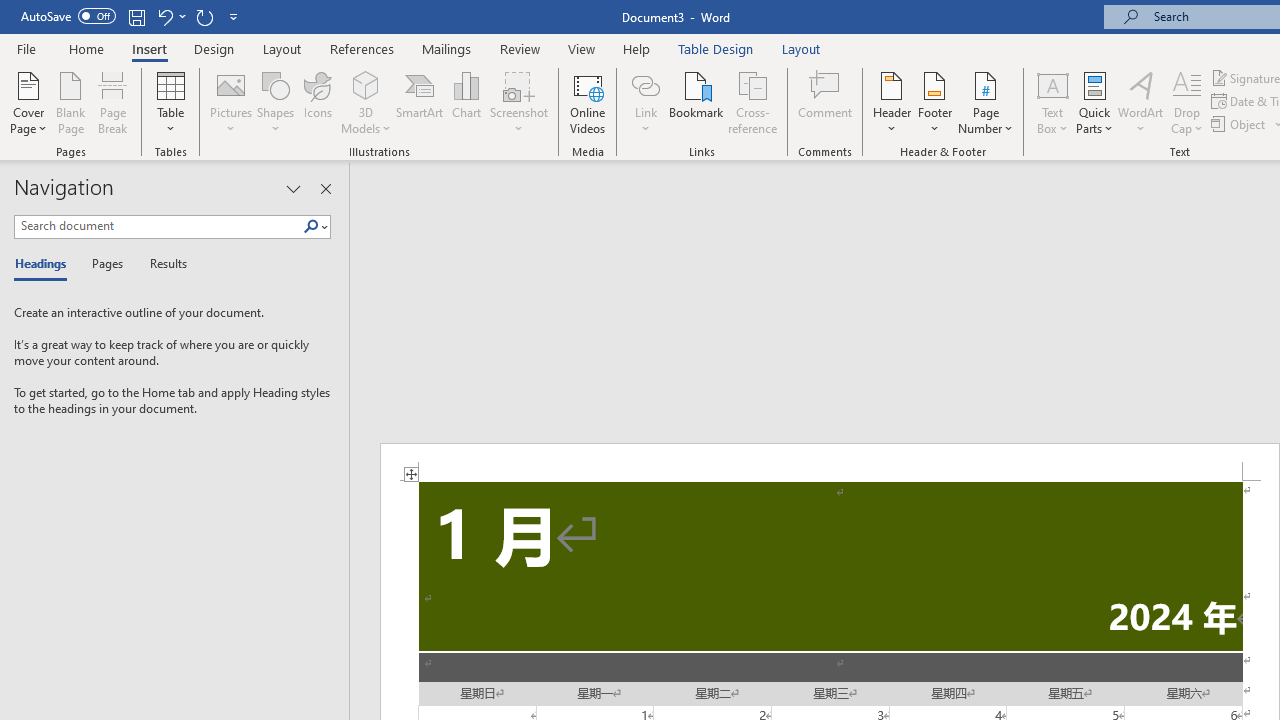 The image size is (1280, 720). I want to click on 'Cross-reference...', so click(751, 103).